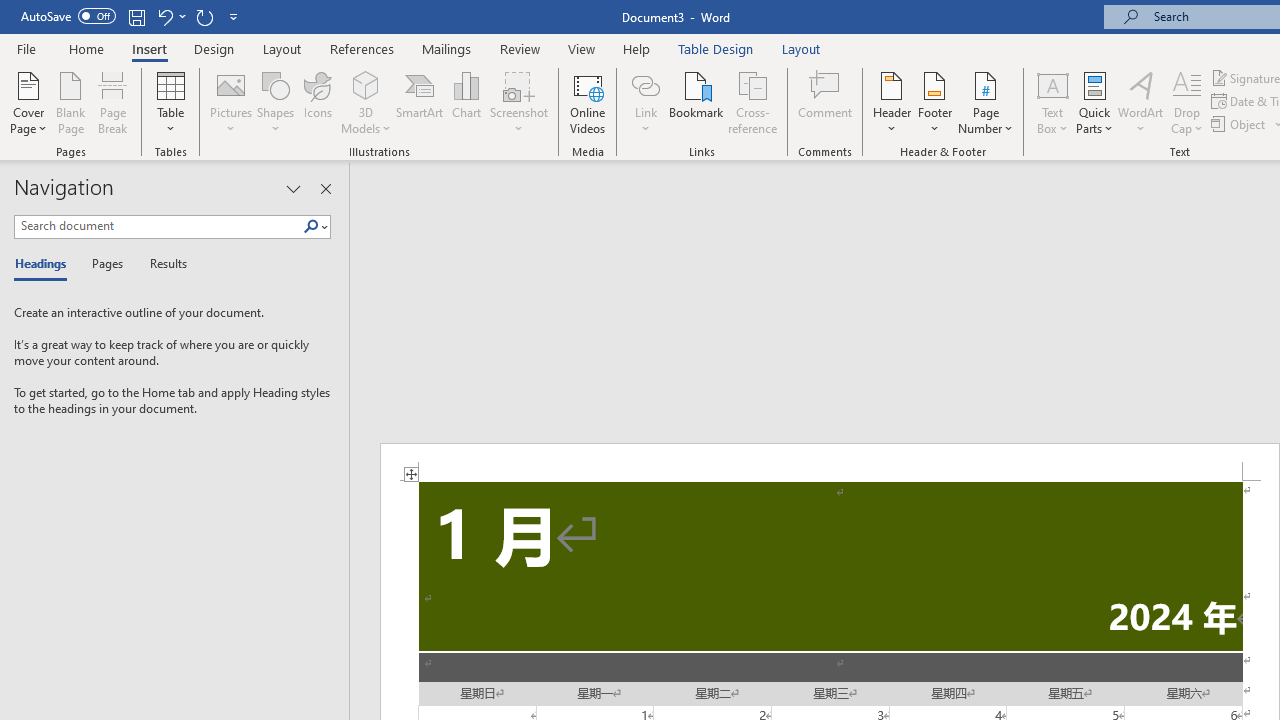 The image size is (1280, 720). I want to click on 'Cross-reference...', so click(751, 103).